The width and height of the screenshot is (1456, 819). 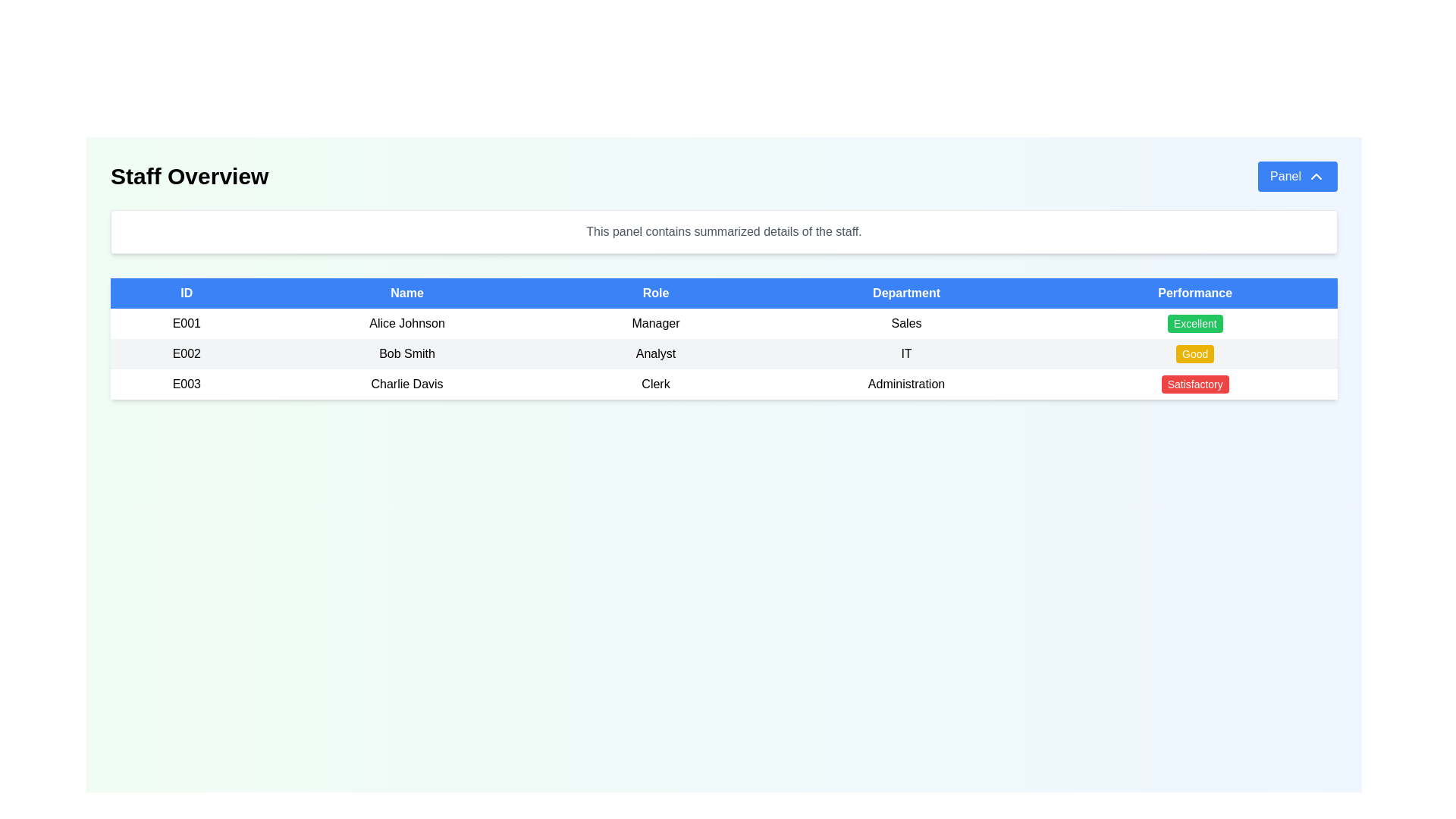 I want to click on the first row in the employee details table, which describes employee ID 'E001', name 'Alice Johnson', role 'Manager', department 'Sales', and performance status 'Excellent', so click(x=723, y=323).